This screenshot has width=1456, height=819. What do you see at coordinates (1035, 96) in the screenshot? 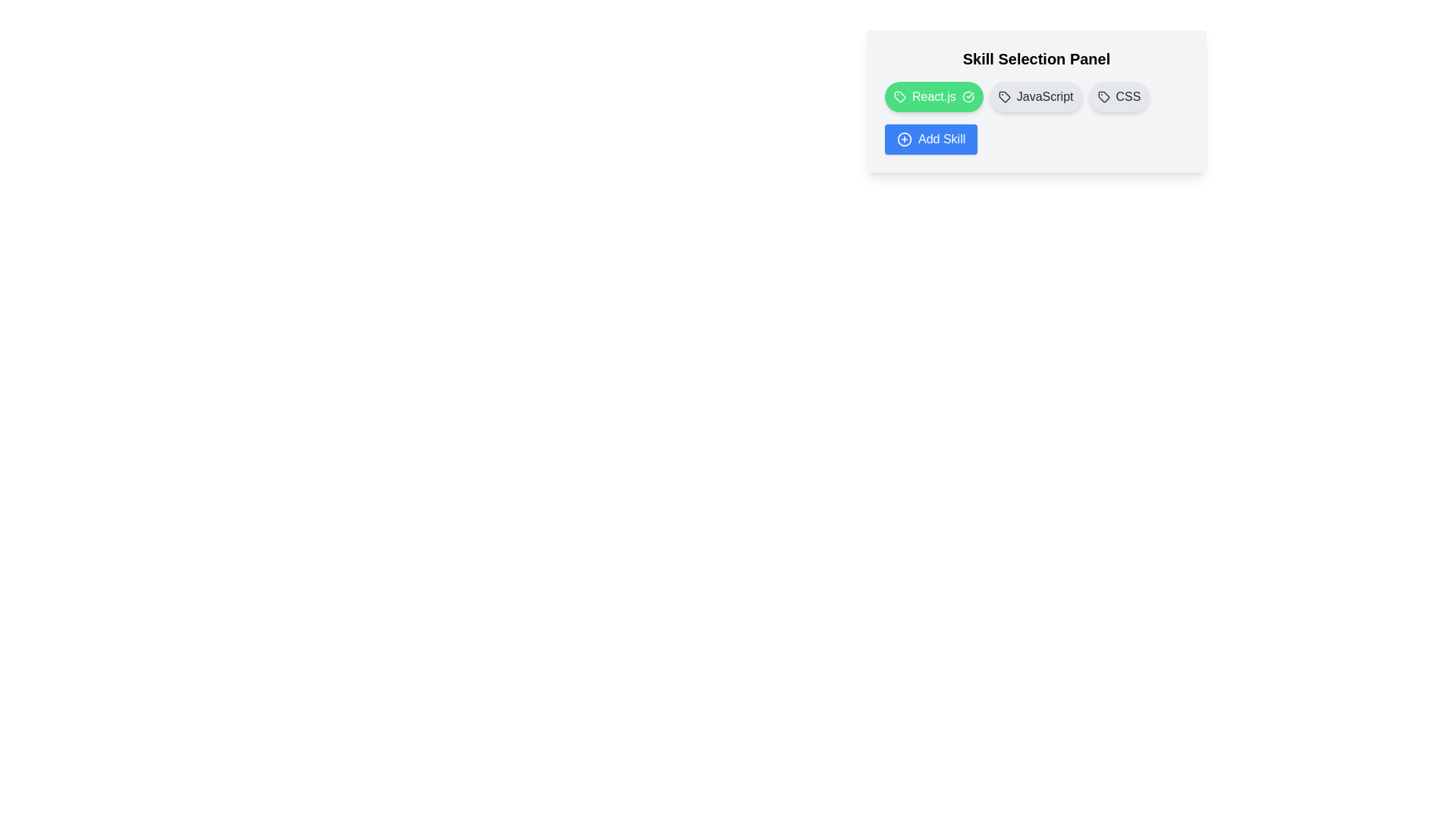
I see `the 'JavaScript' skill tag button in the Skill Selection Panel` at bounding box center [1035, 96].